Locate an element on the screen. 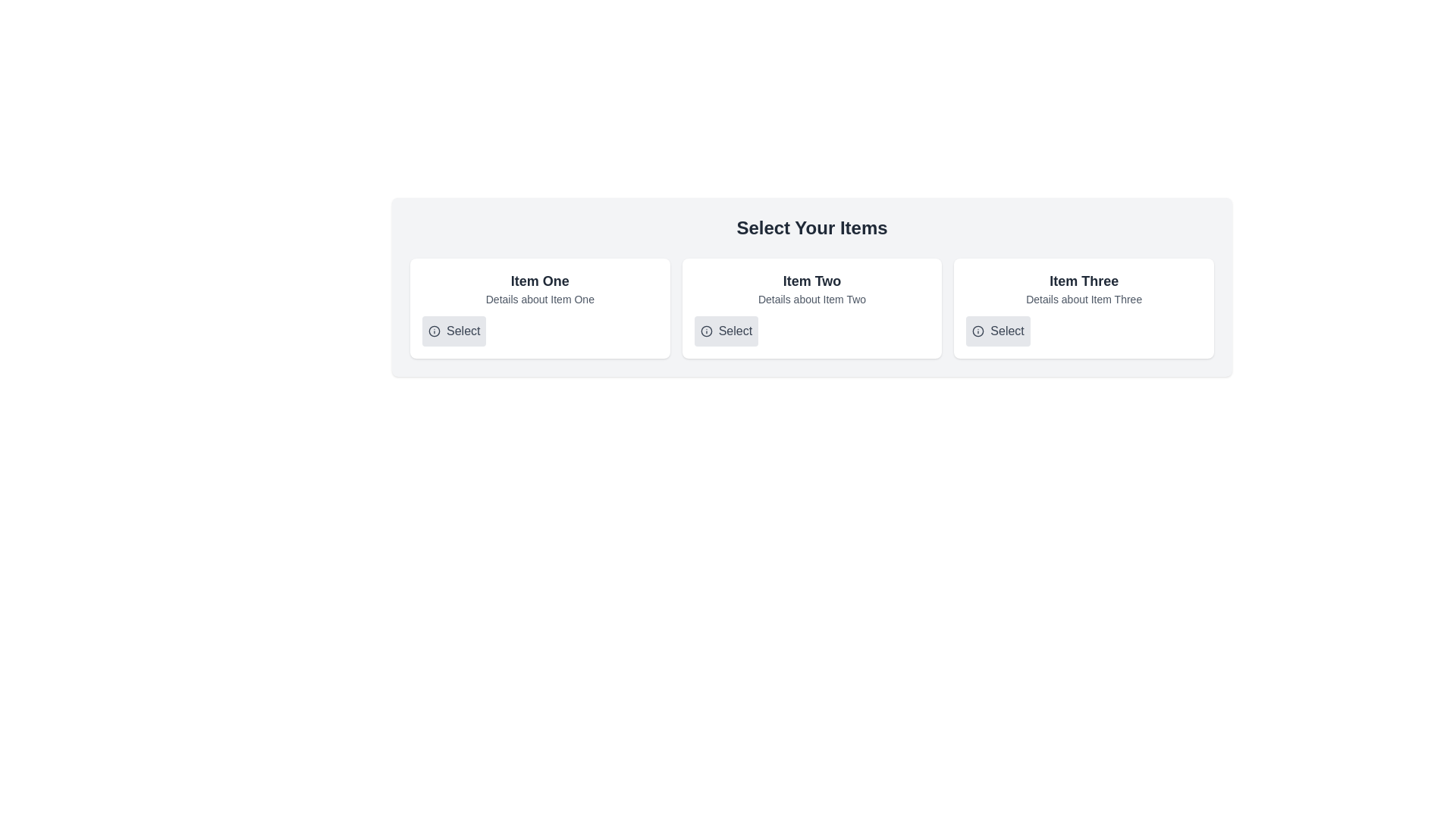 The width and height of the screenshot is (1456, 819). the descriptive text label providing information about 'Item Two', which is located below the title and above the 'Select' button is located at coordinates (811, 299).